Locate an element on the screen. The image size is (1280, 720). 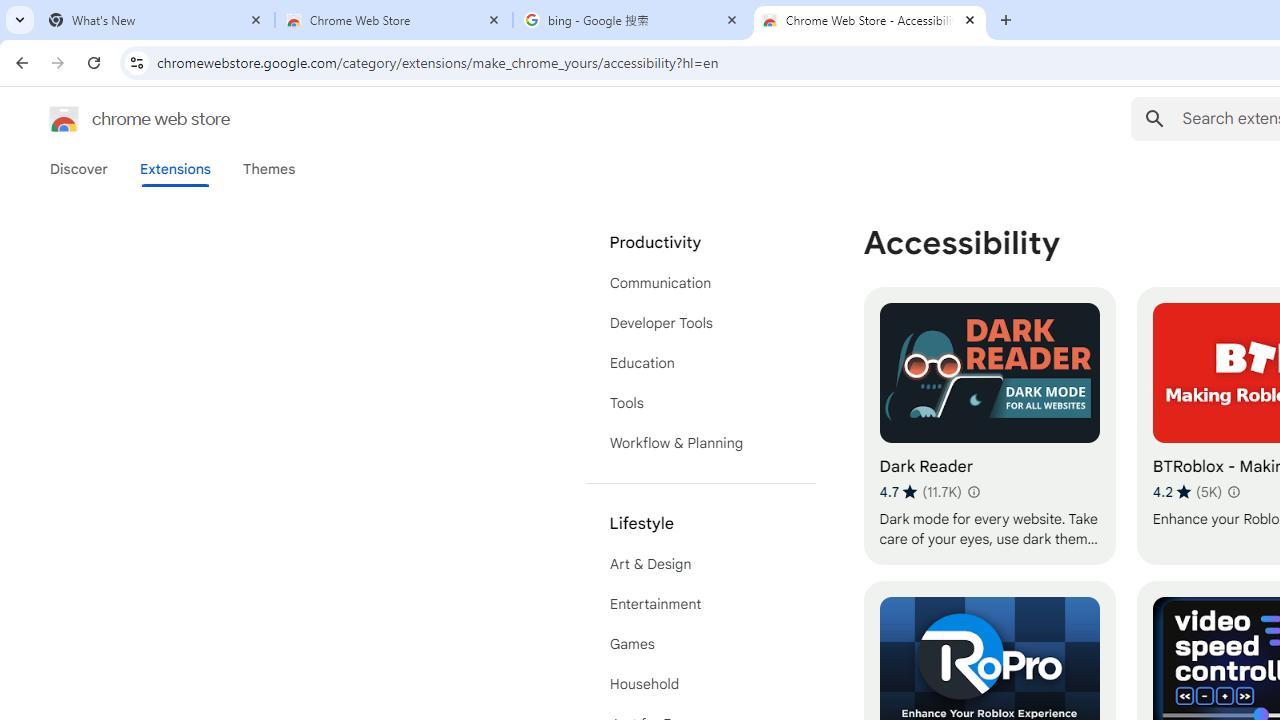
'Games' is located at coordinates (700, 644).